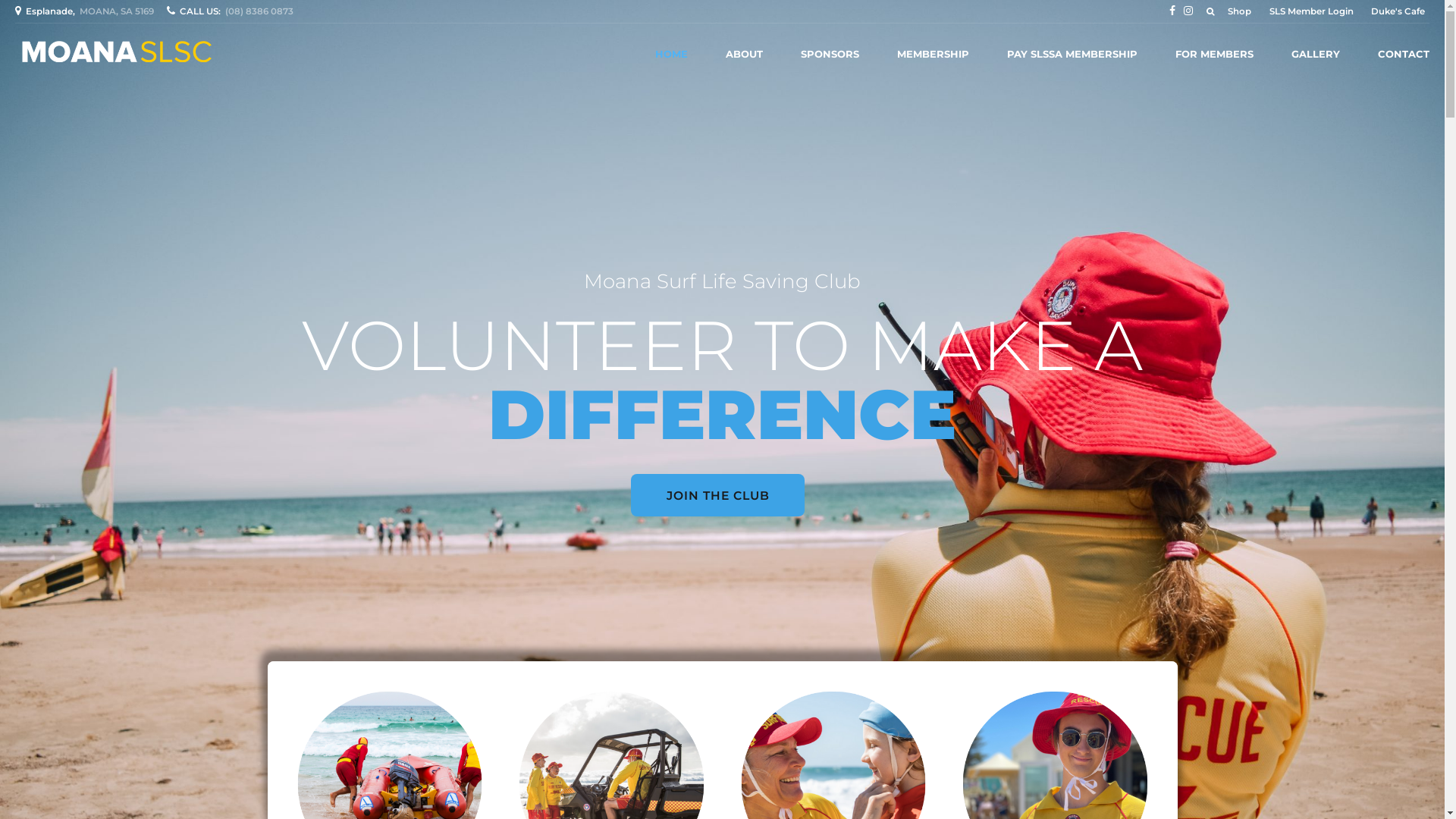  What do you see at coordinates (717, 495) in the screenshot?
I see `'JOIN THE CLUB'` at bounding box center [717, 495].